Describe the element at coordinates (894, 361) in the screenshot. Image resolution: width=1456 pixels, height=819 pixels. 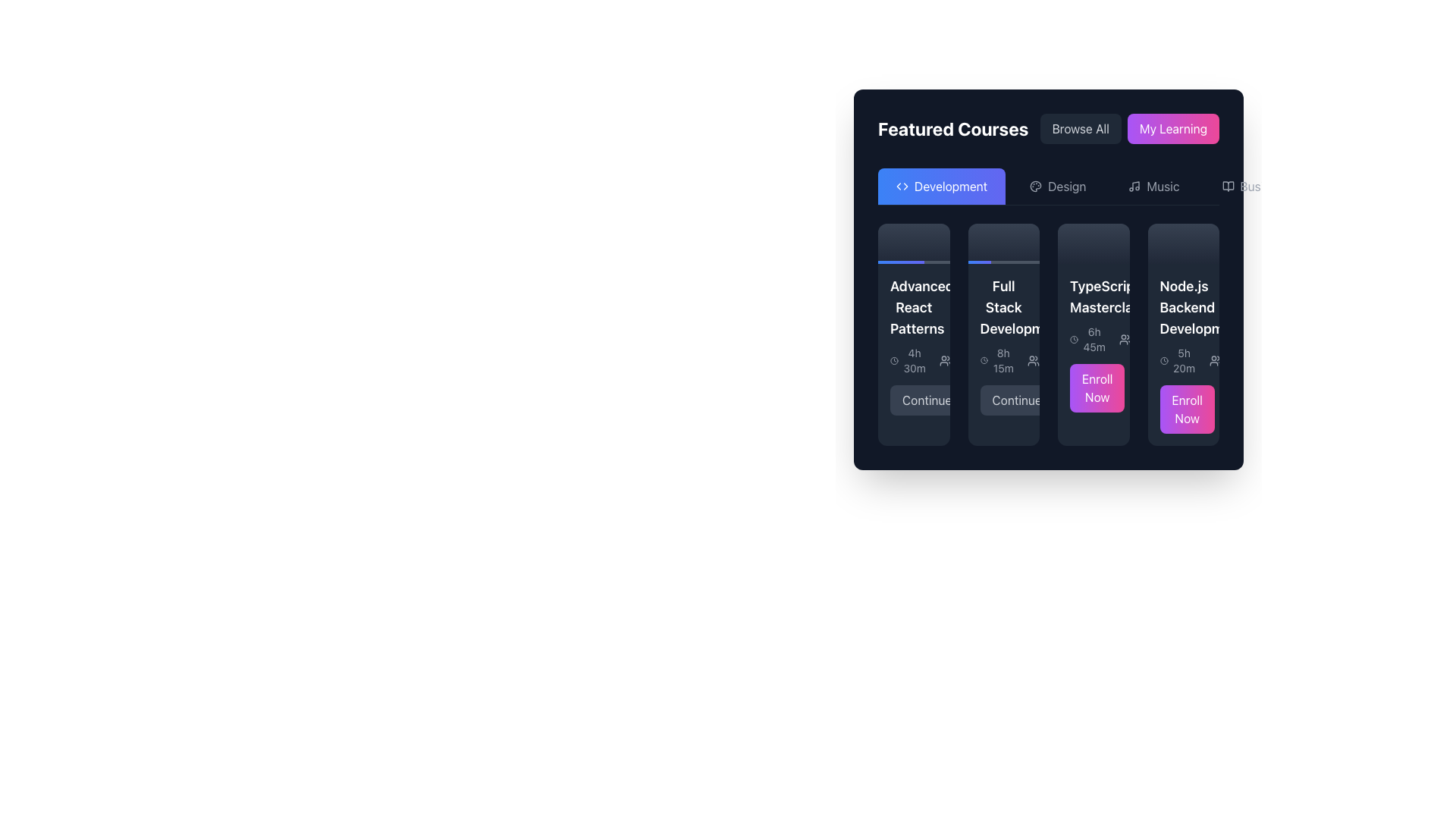
I see `the clock icon, which is a stylized SVG symbol with a circular outline and two hands, located in the top-left corner of the first card labeled 'Featured Courses'` at that location.